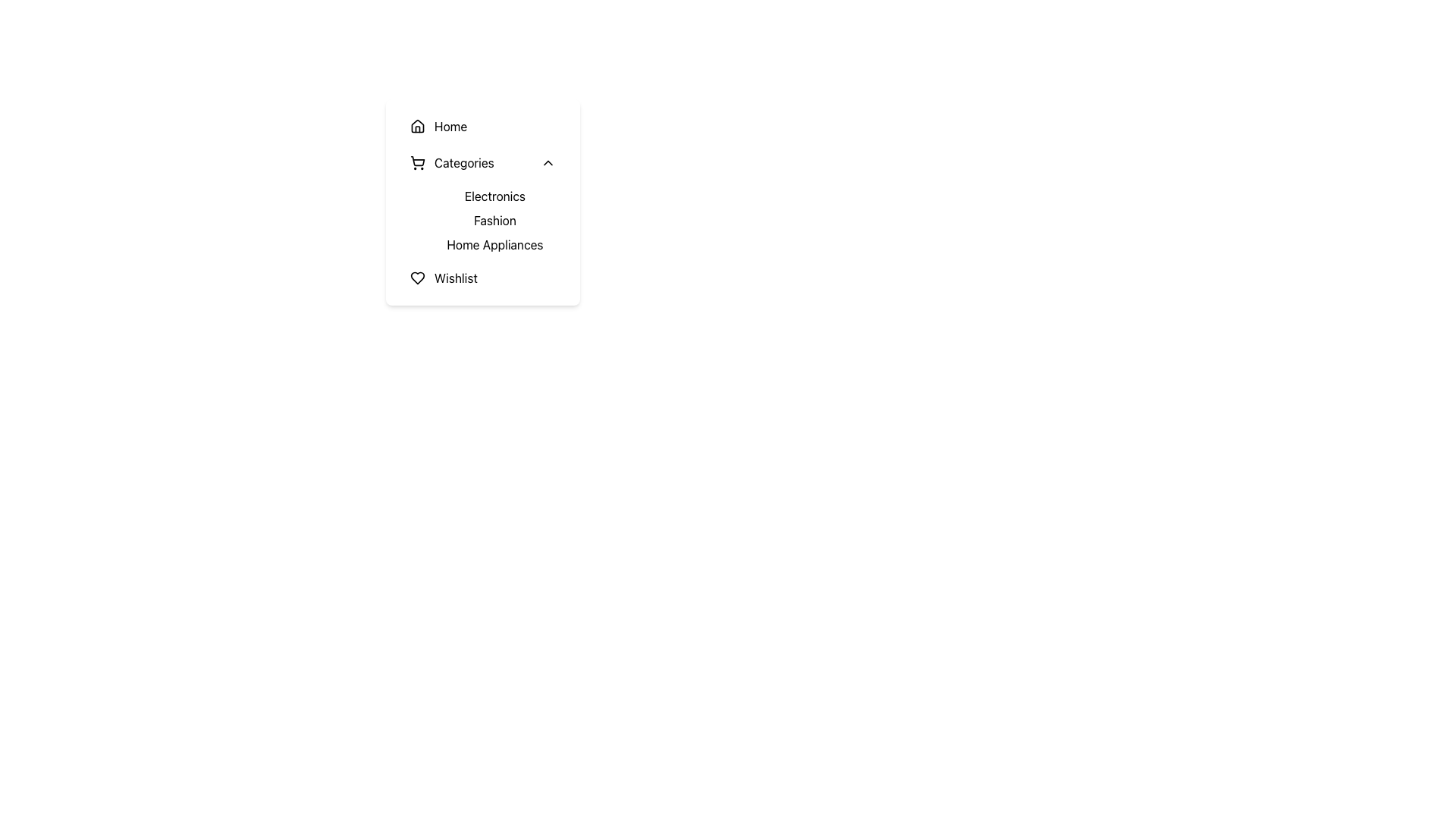 The width and height of the screenshot is (1456, 819). What do you see at coordinates (548, 163) in the screenshot?
I see `the collapse/reveal icon located to the right of the 'Categories' text` at bounding box center [548, 163].